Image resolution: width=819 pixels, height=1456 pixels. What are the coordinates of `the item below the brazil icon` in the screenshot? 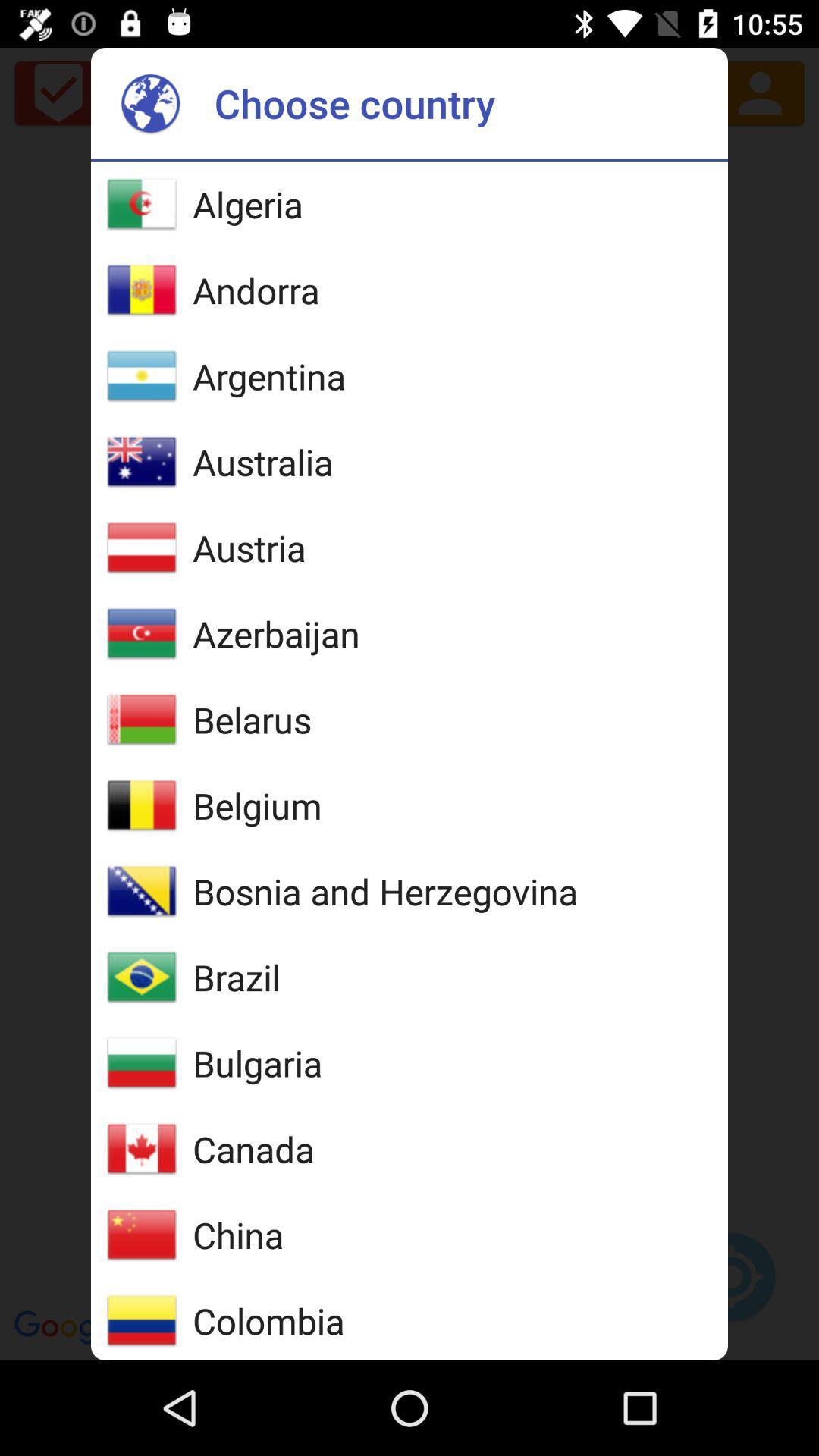 It's located at (256, 1062).